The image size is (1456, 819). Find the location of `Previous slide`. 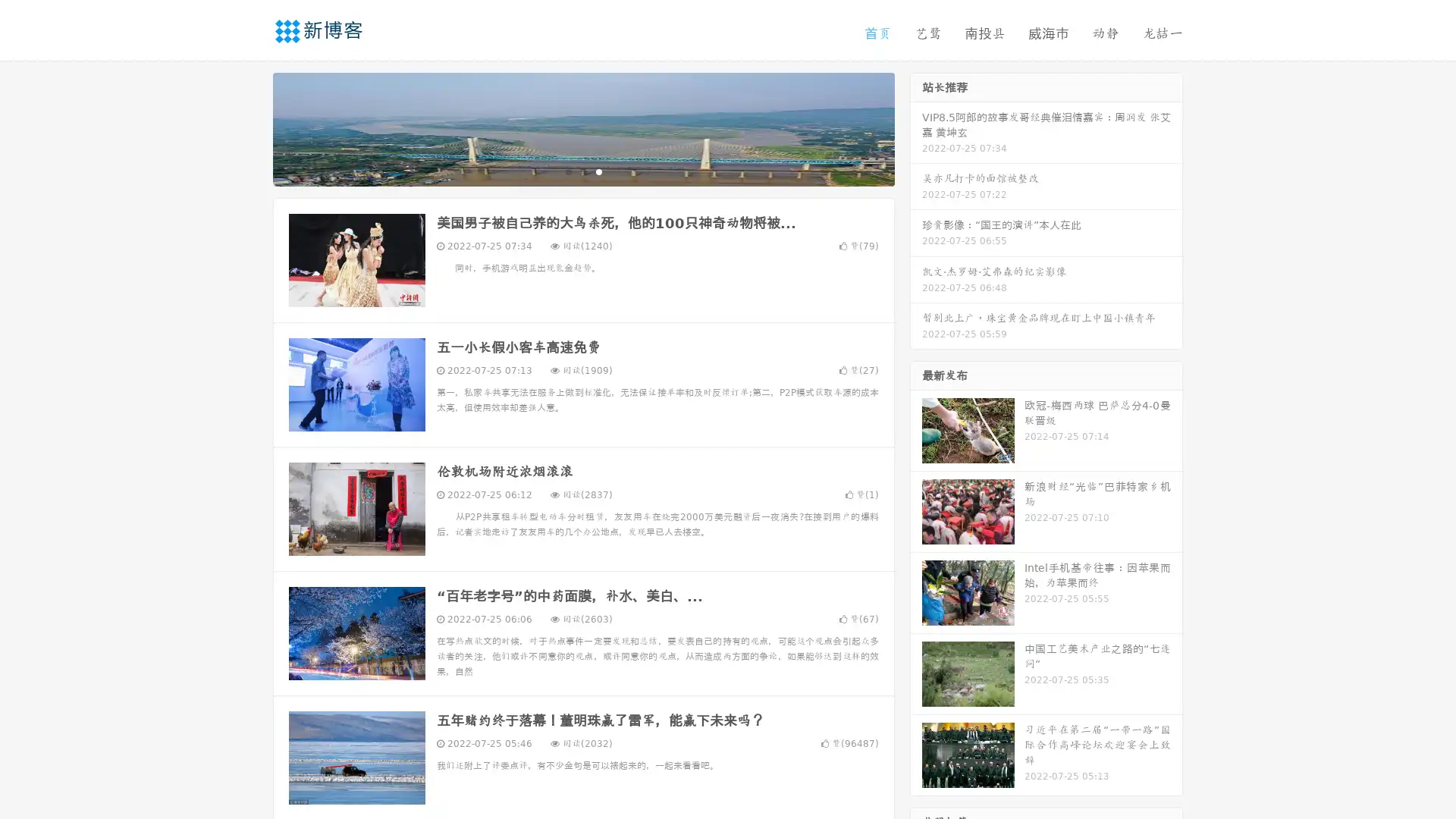

Previous slide is located at coordinates (250, 127).